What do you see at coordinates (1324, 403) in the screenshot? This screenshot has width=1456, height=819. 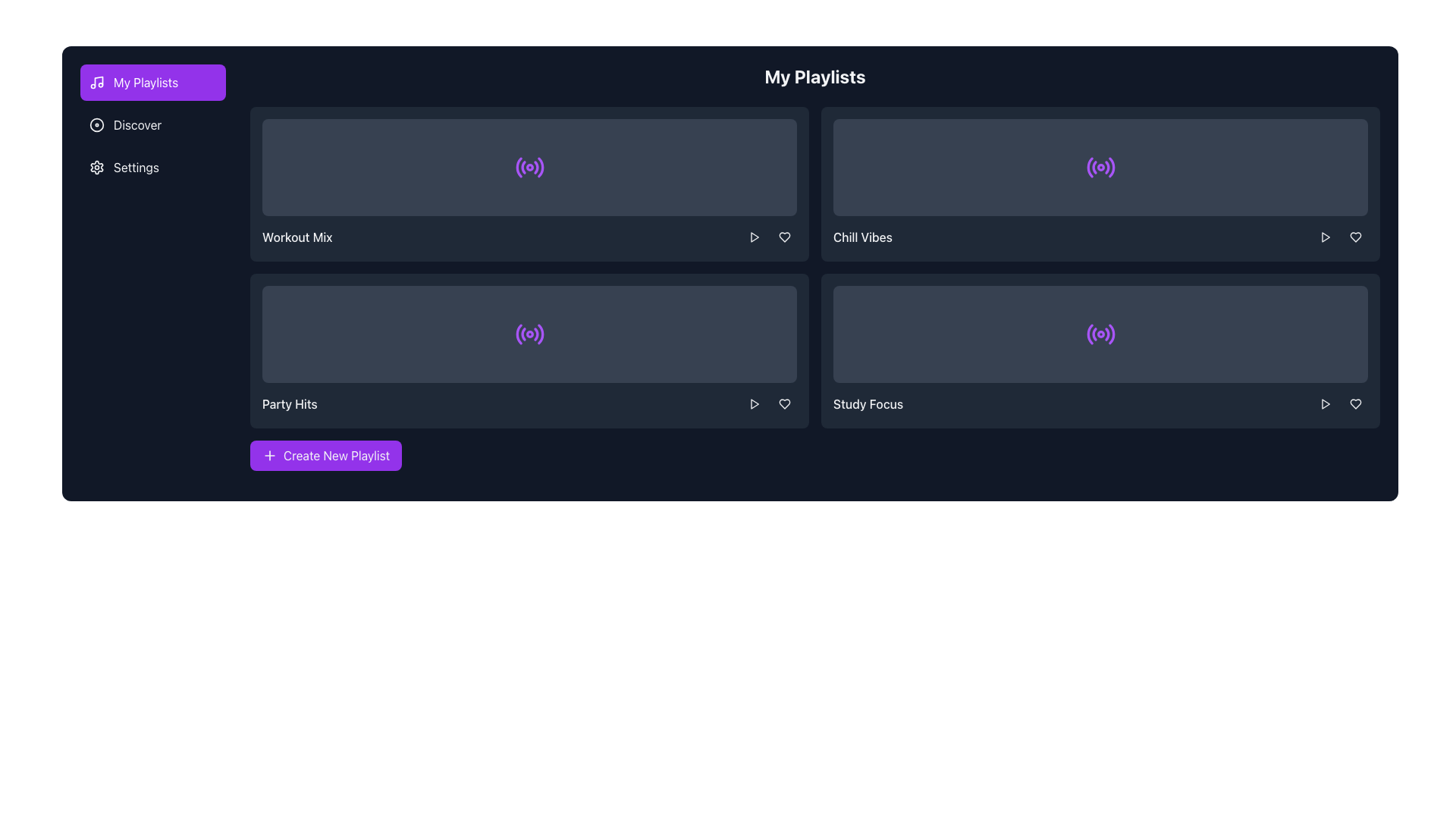 I see `the play button located at the bottom-right of the 'Study Focus' playlist card to play the associated media` at bounding box center [1324, 403].